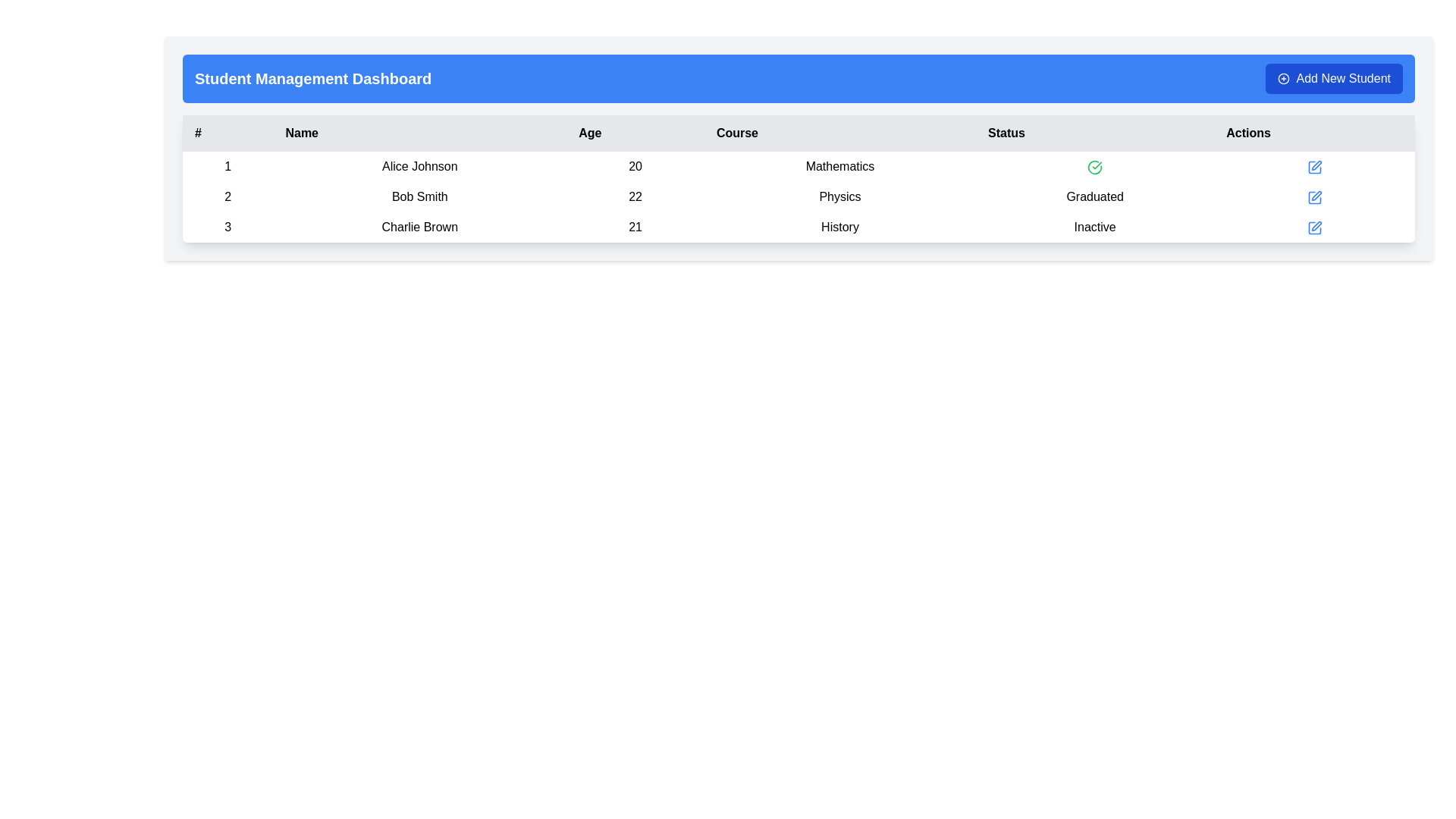 The height and width of the screenshot is (819, 1456). What do you see at coordinates (1313, 196) in the screenshot?
I see `the 'edit square' icon, which is a line drawing resembling a square with an open top-right corner, located in the 'Actions' column of a table row, specifically the second icon in its row` at bounding box center [1313, 196].